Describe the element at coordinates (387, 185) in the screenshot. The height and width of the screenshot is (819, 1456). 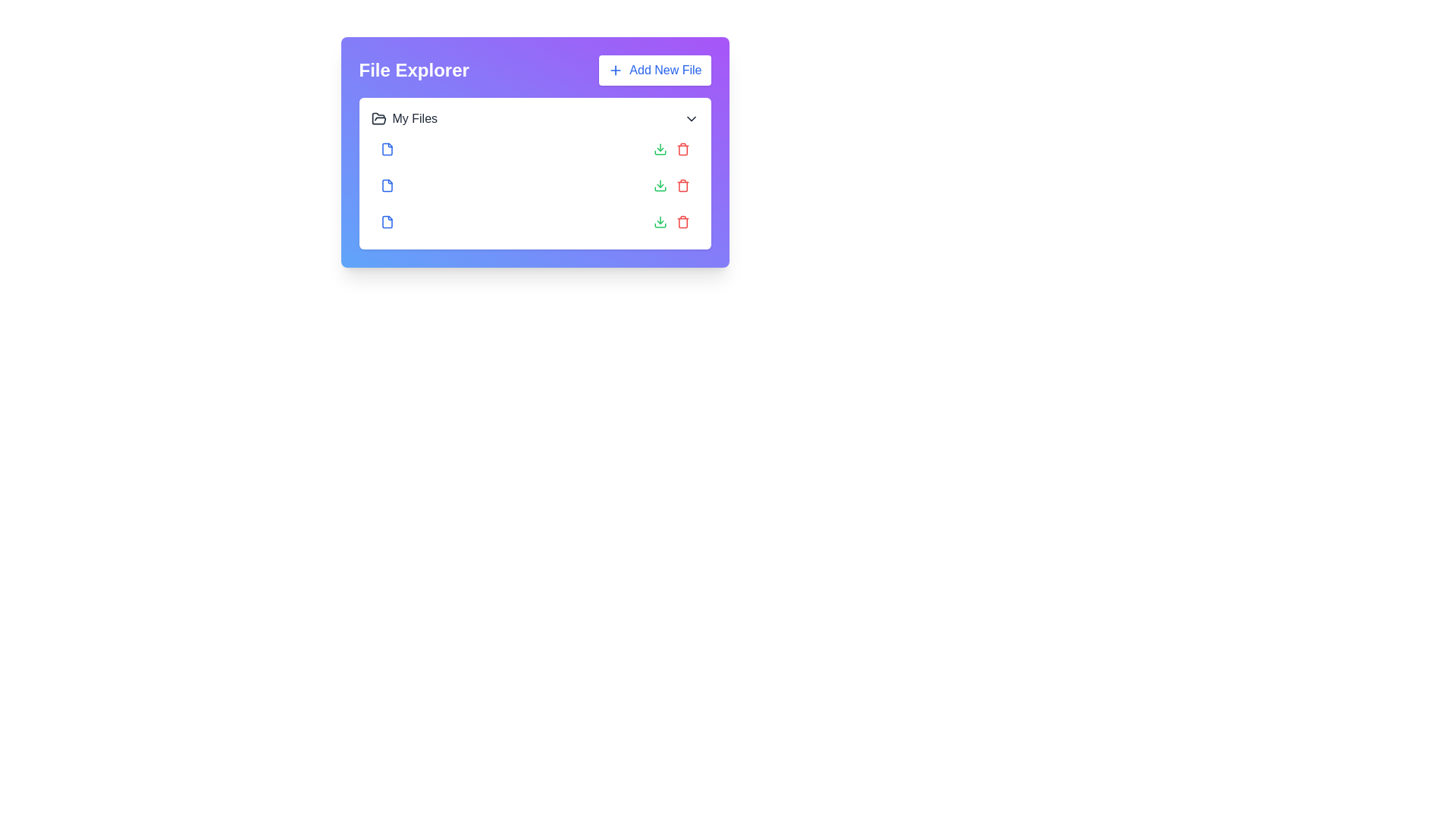
I see `the second file icon` at that location.